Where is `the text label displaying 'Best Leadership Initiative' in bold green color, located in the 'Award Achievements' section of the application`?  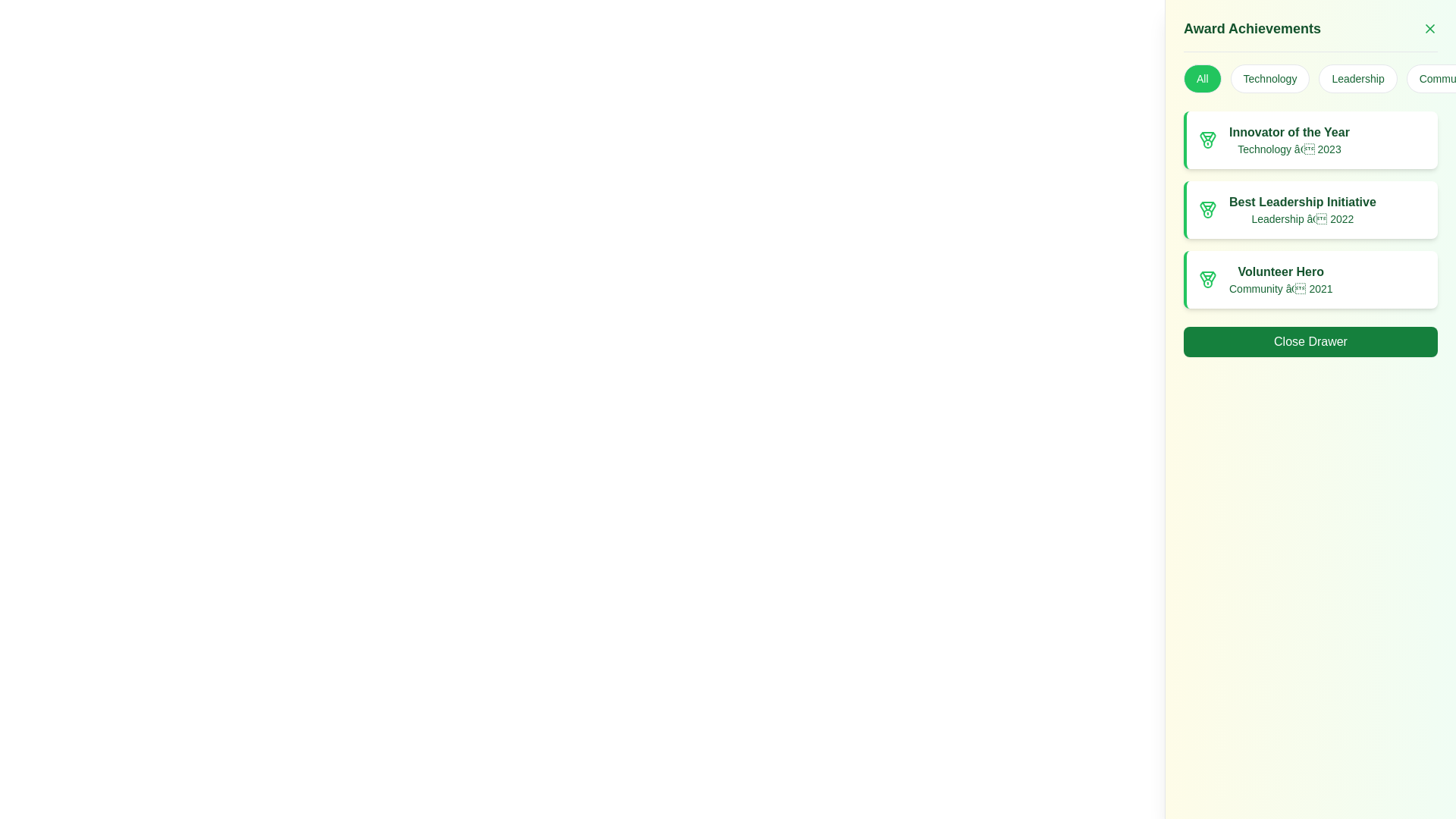
the text label displaying 'Best Leadership Initiative' in bold green color, located in the 'Award Achievements' section of the application is located at coordinates (1302, 201).